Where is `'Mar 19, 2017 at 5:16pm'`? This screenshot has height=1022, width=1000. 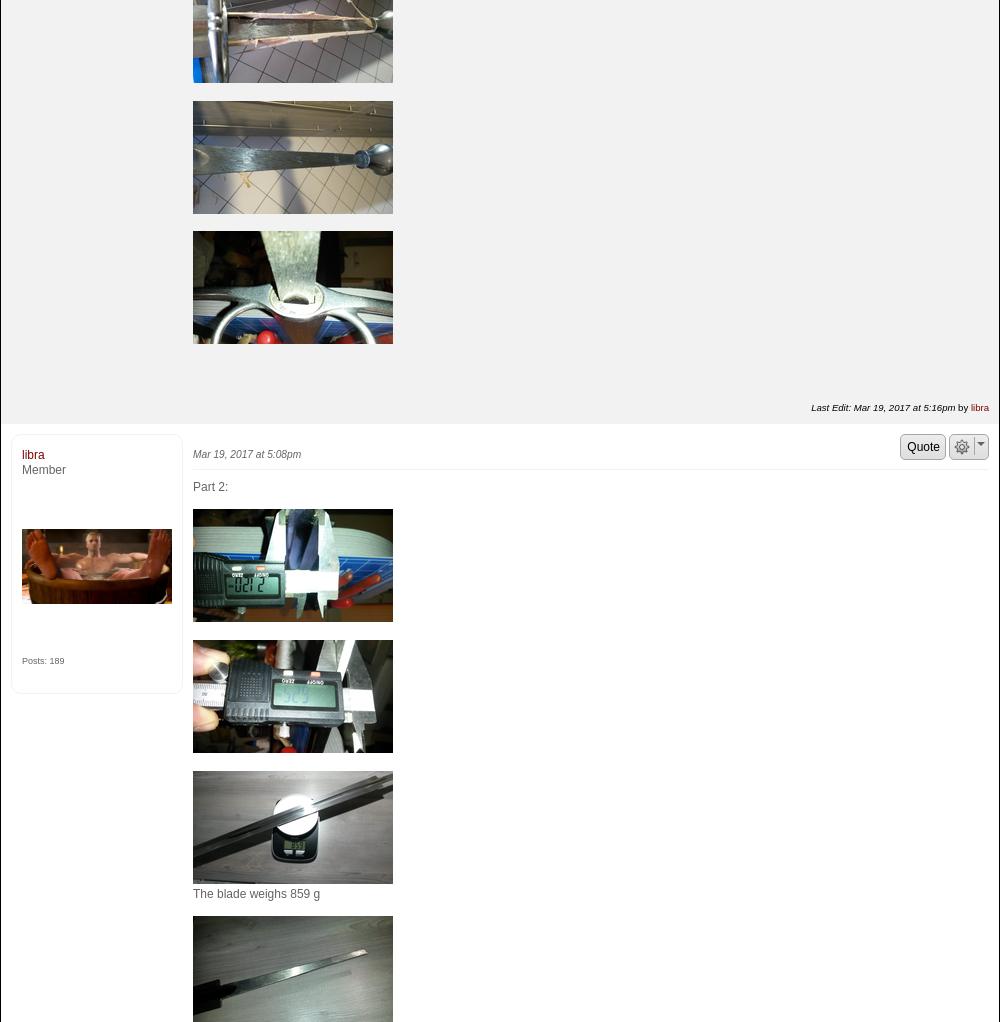
'Mar 19, 2017 at 5:16pm' is located at coordinates (904, 407).